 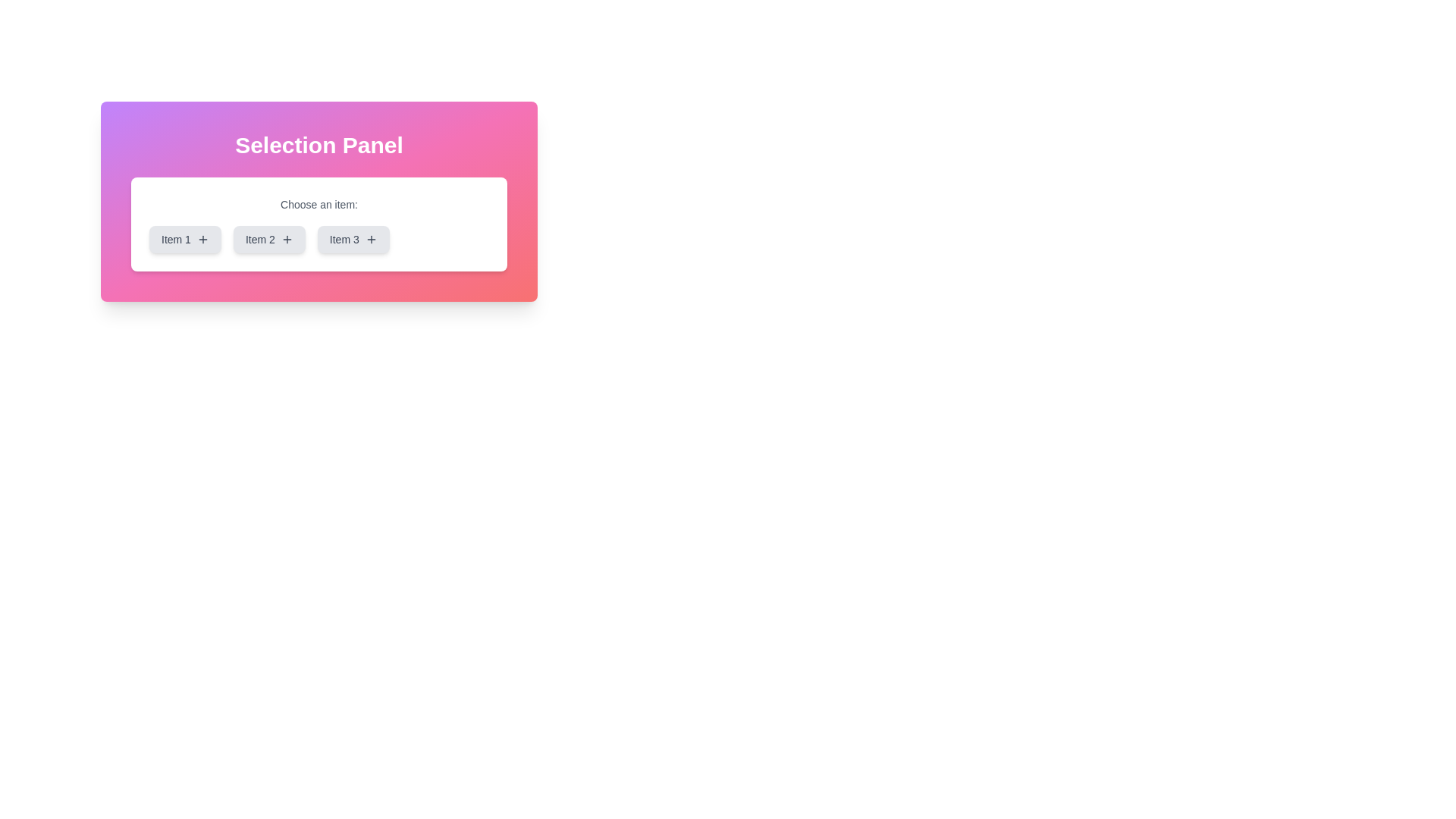 I want to click on the Interactive Panel containing the text 'Choose an item', so click(x=318, y=201).